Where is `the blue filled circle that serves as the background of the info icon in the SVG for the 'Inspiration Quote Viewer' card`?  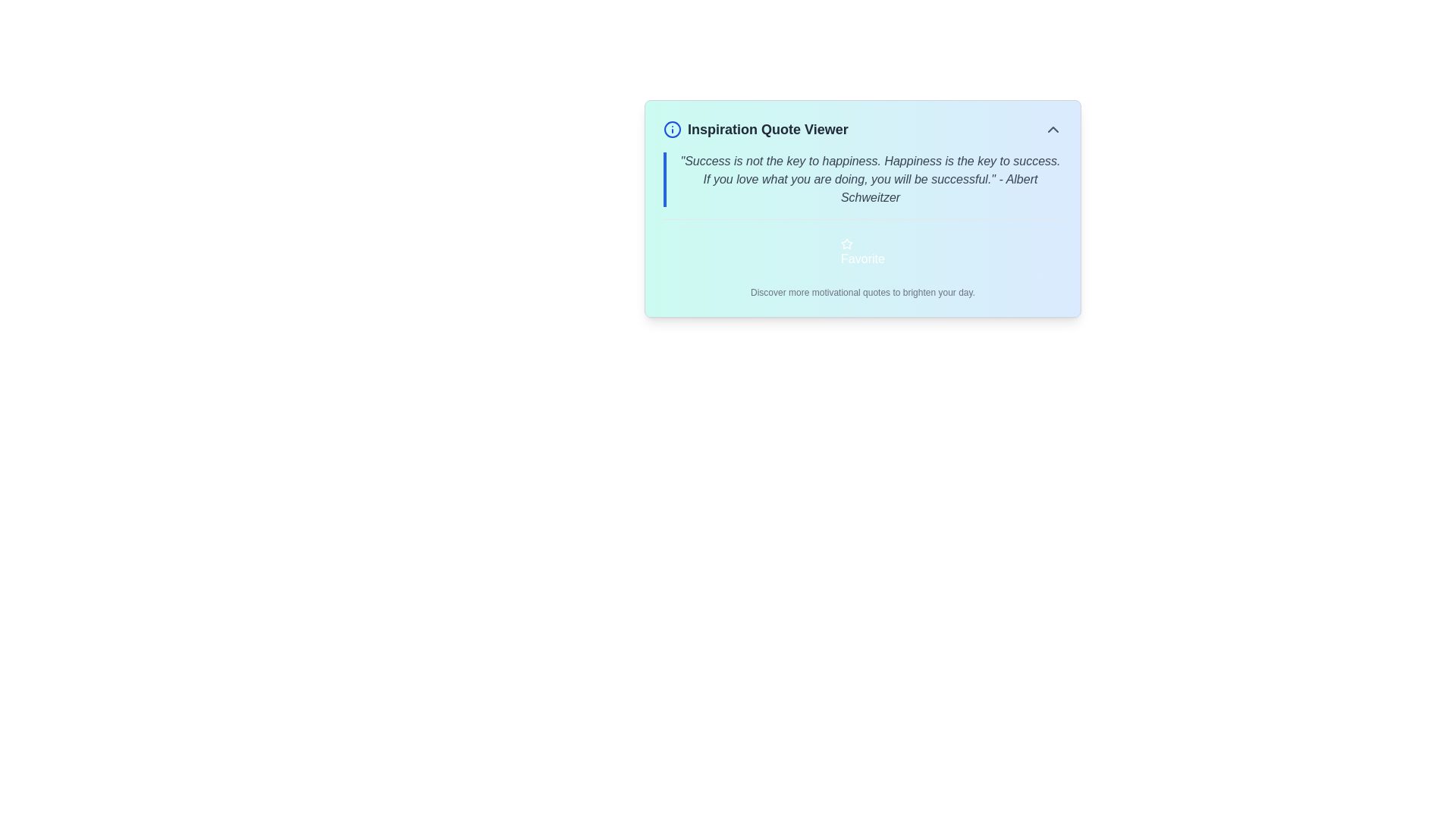 the blue filled circle that serves as the background of the info icon in the SVG for the 'Inspiration Quote Viewer' card is located at coordinates (672, 128).